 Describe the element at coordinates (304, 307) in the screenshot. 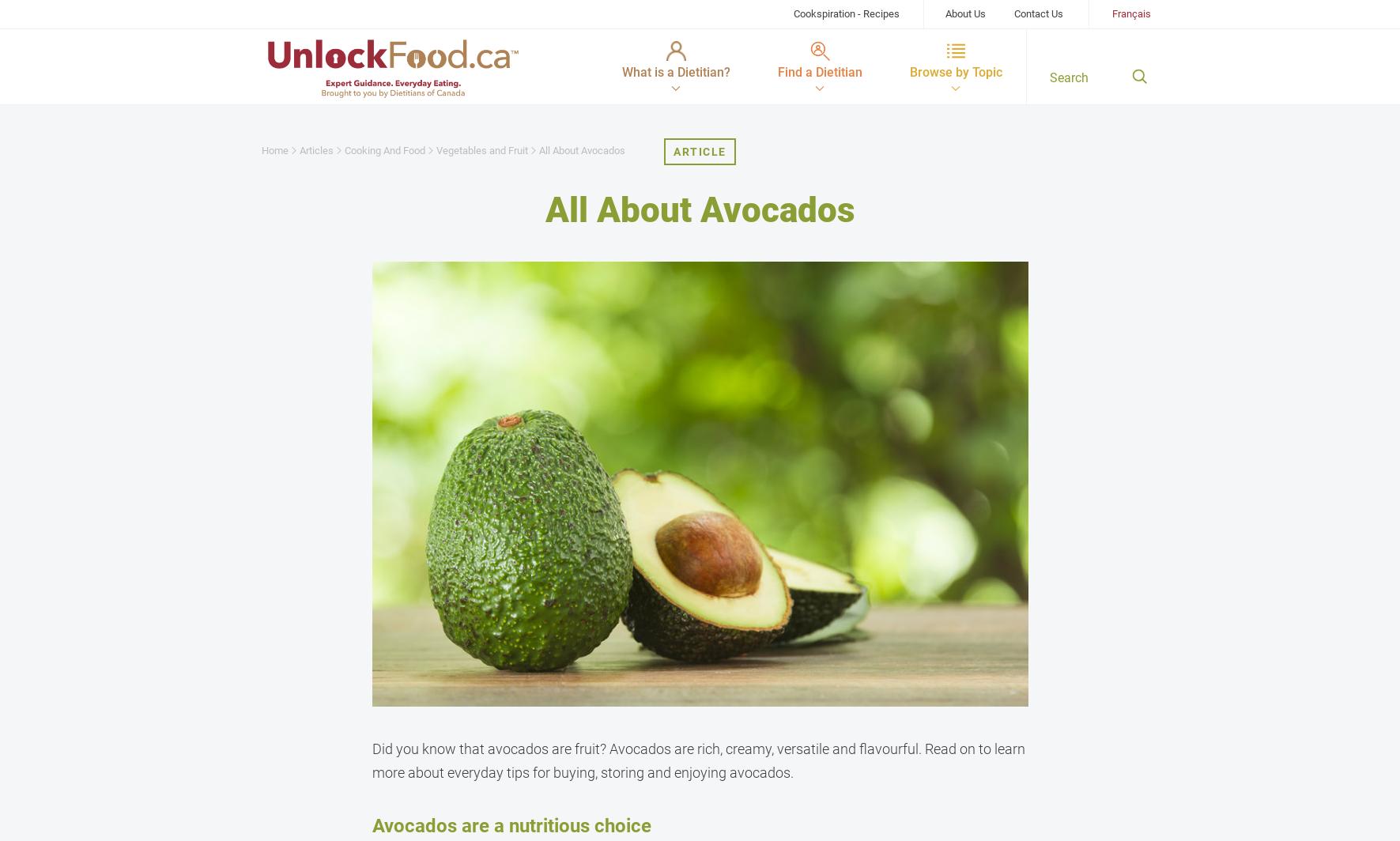

I see `'Digestion'` at that location.